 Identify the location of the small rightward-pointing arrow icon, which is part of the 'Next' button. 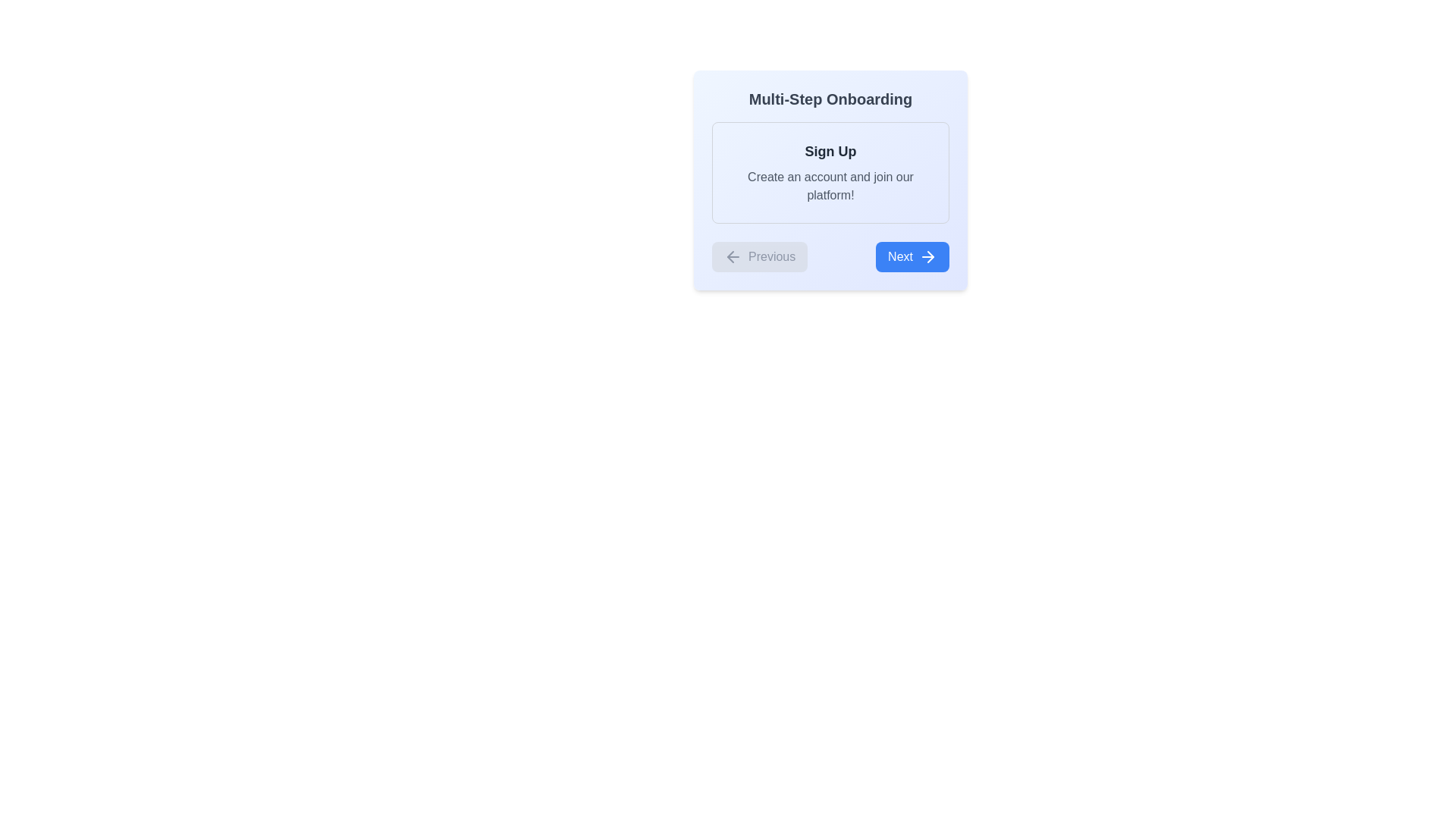
(930, 256).